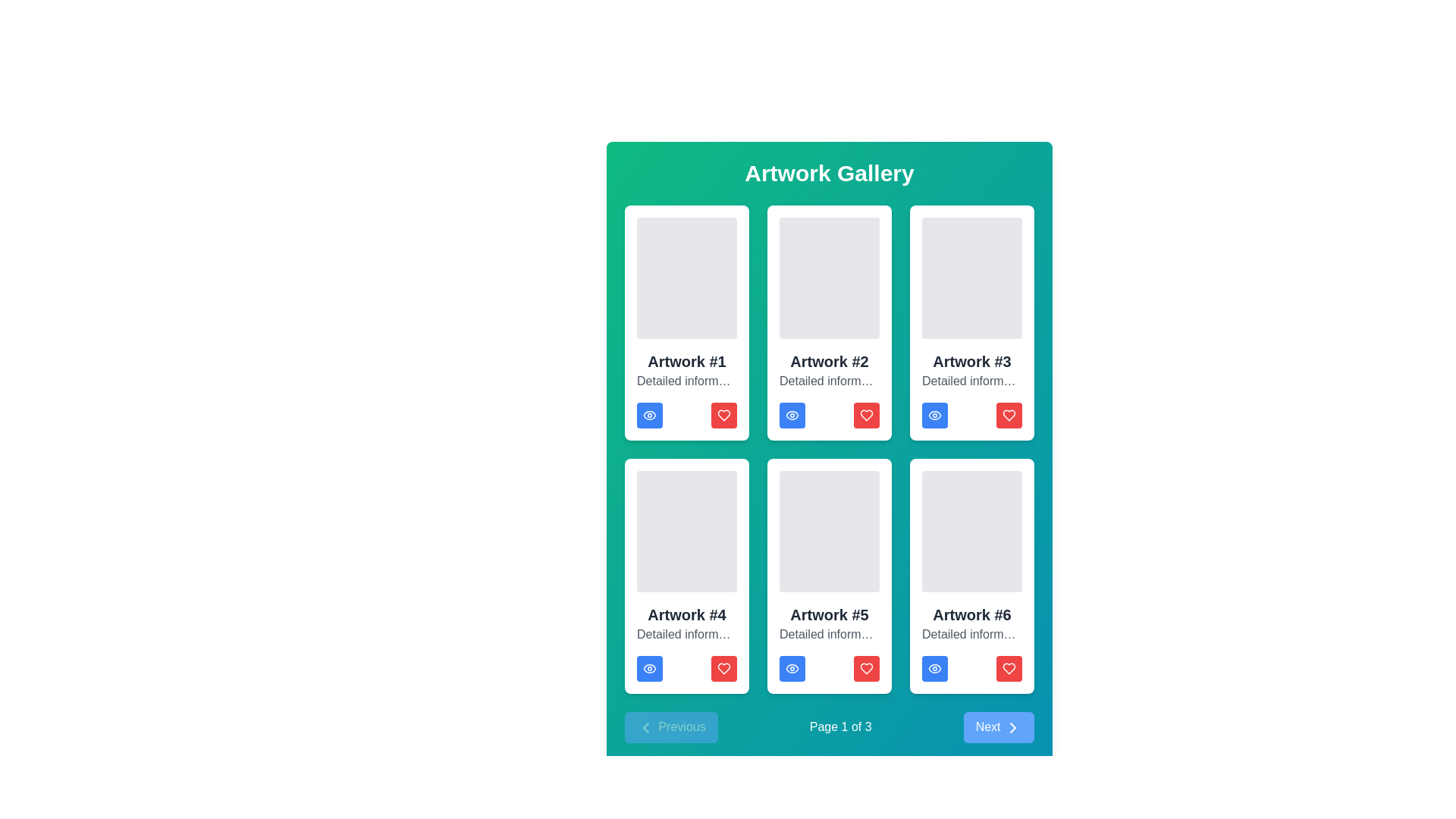 This screenshot has height=819, width=1456. I want to click on the button located in the bottom-left corner of the card representing 'Artwork #5', so click(792, 668).